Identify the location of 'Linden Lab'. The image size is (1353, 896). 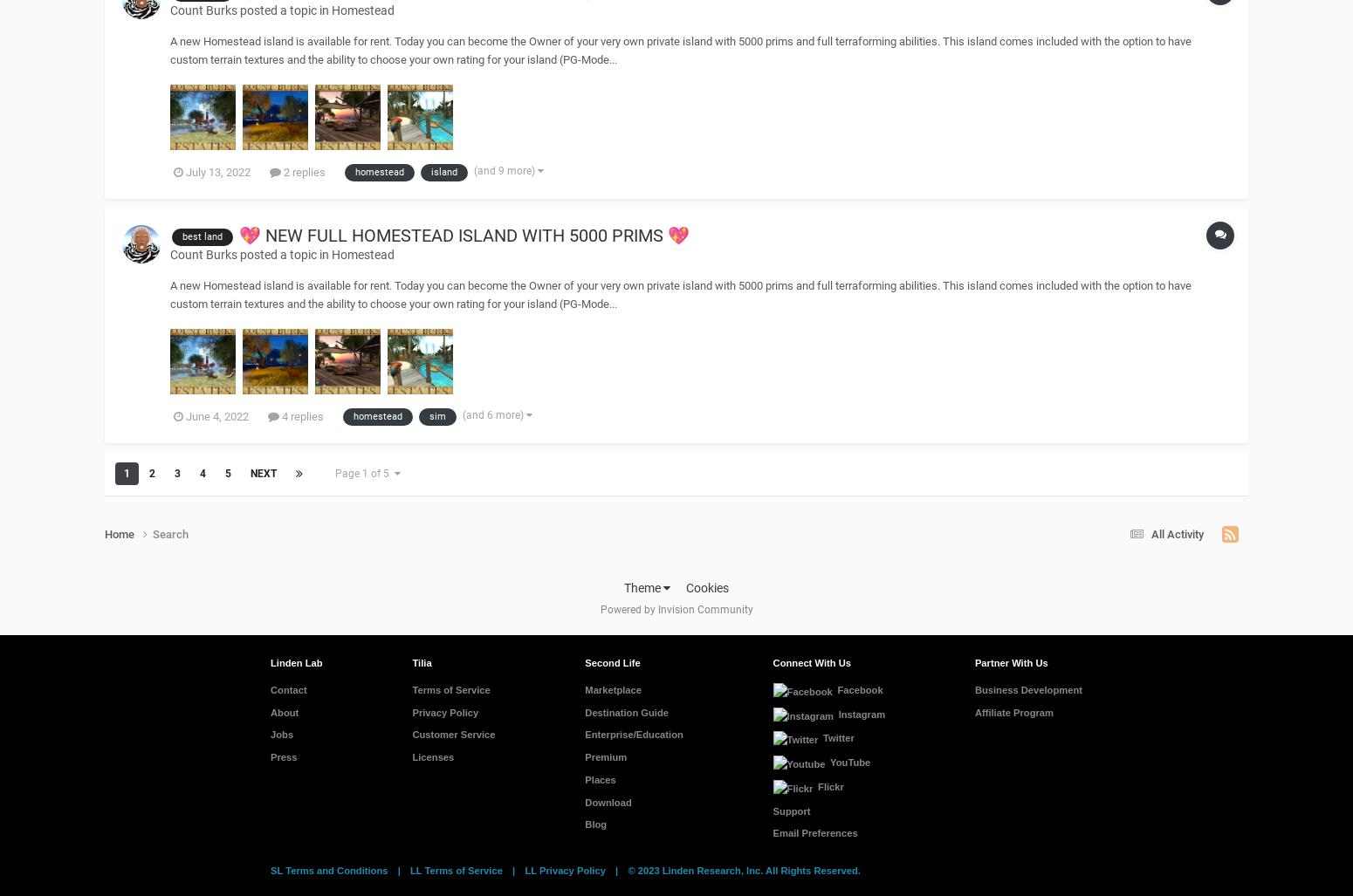
(295, 661).